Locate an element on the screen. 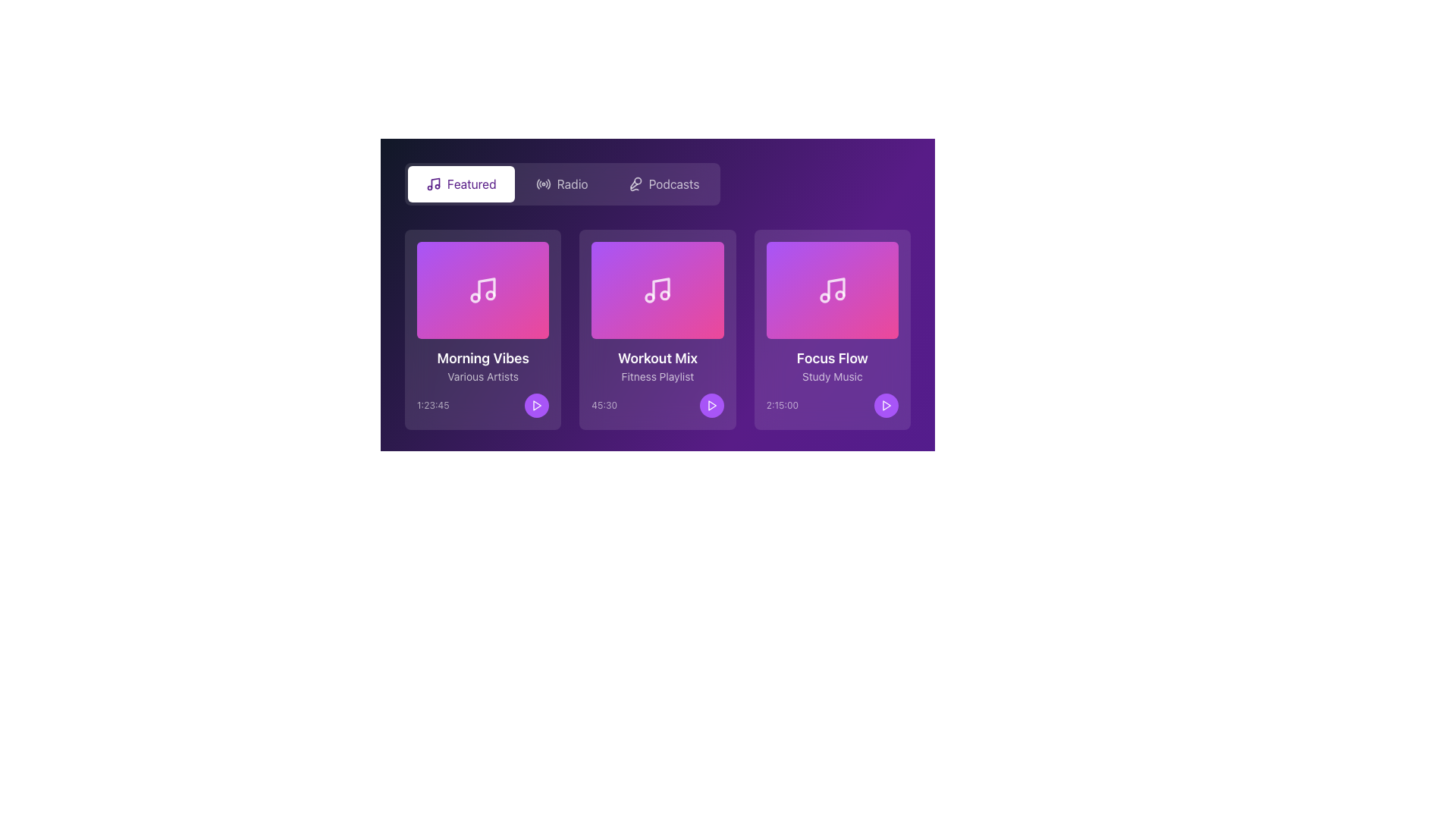 Image resolution: width=1456 pixels, height=819 pixels. the 'Podcasts' text label in the navigation bar is located at coordinates (673, 184).